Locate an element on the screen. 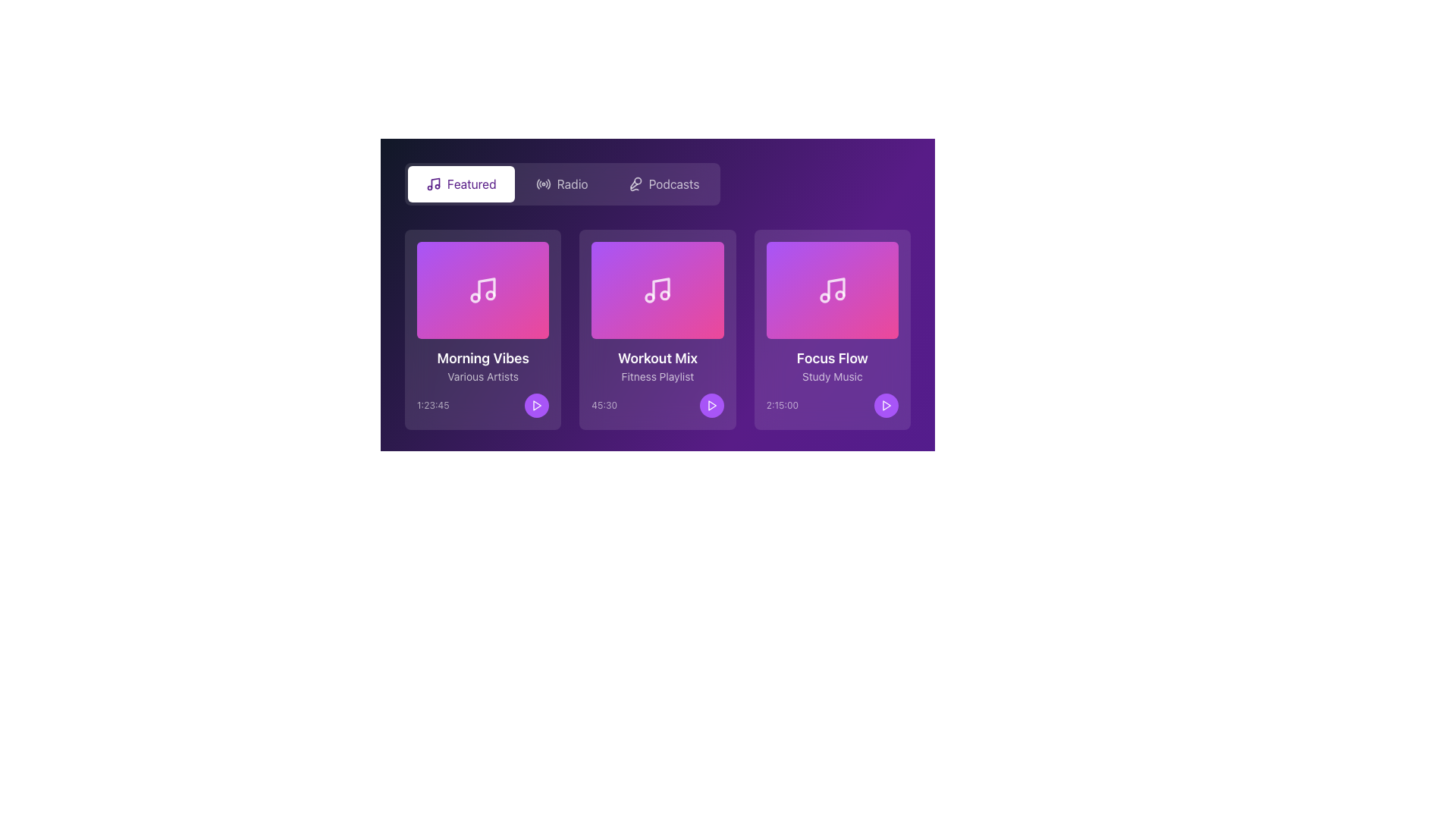 Image resolution: width=1456 pixels, height=819 pixels. the 'Podcasts' text label in the navigation bar is located at coordinates (673, 184).